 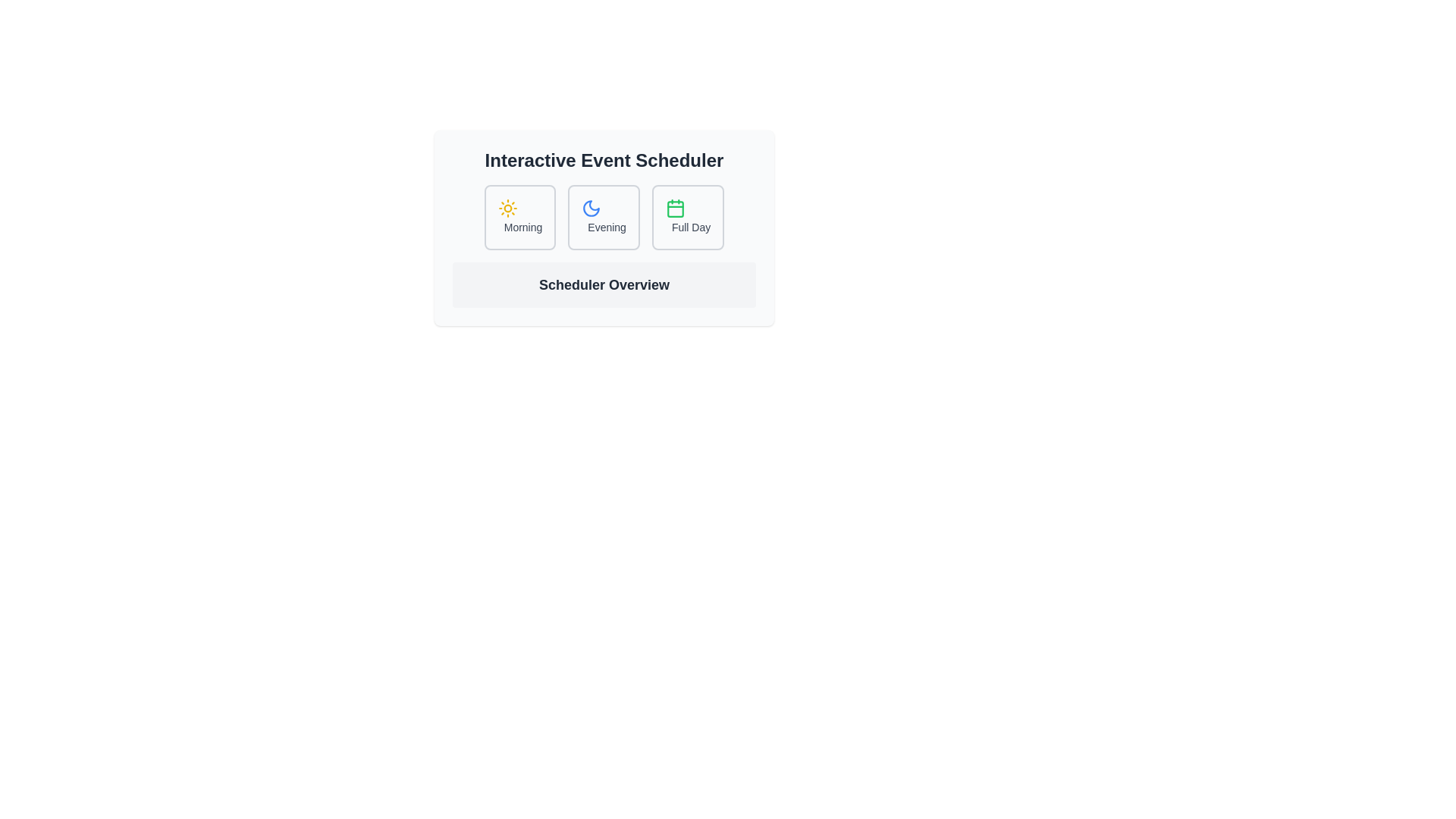 I want to click on the text label that reads 'Full Day' styled with a smaller font size and light gray color, located to the right of a green calendar icon under the heading 'Interactive Event Scheduler.', so click(x=690, y=227).